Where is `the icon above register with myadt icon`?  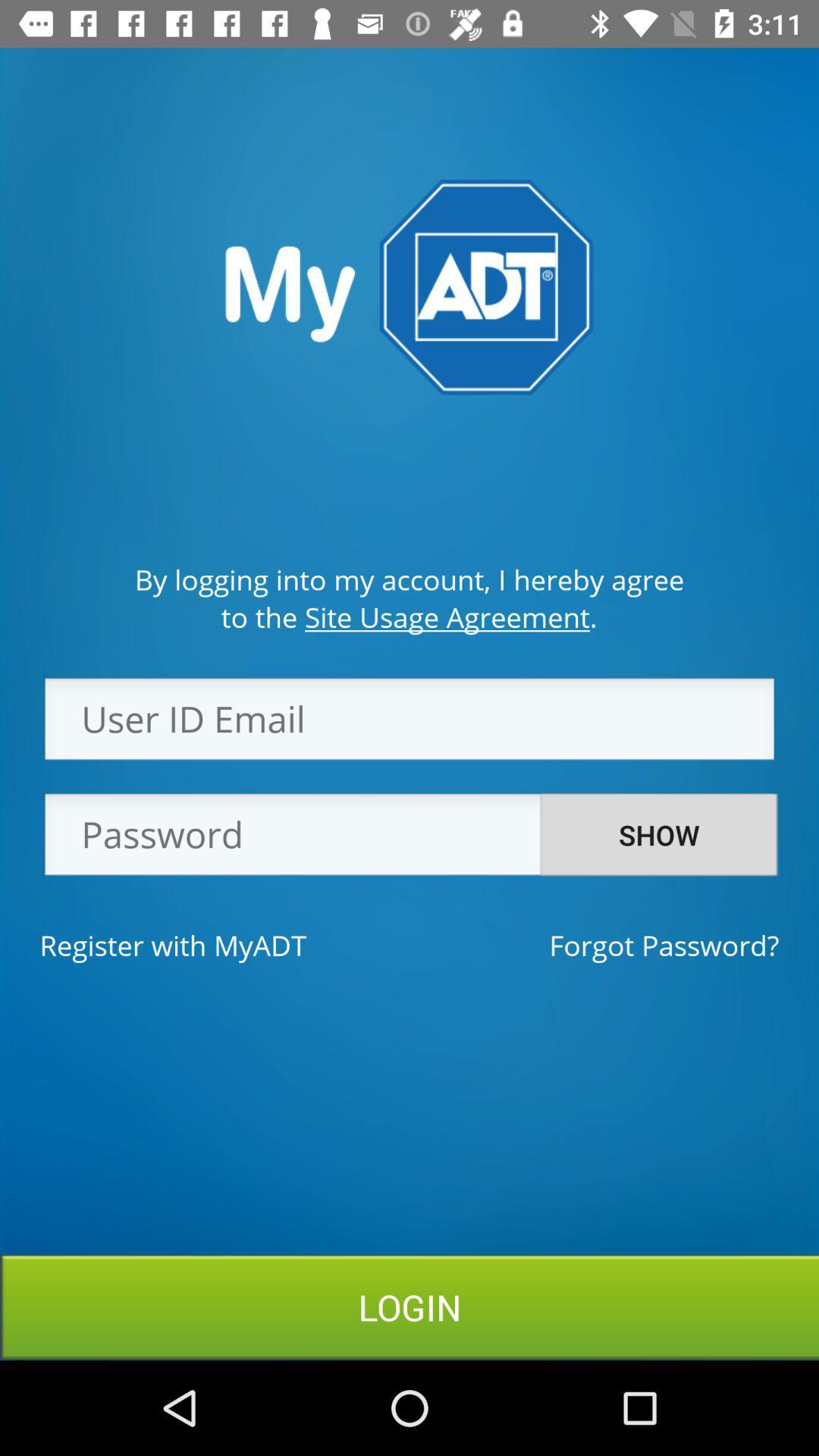 the icon above register with myadt icon is located at coordinates (409, 838).